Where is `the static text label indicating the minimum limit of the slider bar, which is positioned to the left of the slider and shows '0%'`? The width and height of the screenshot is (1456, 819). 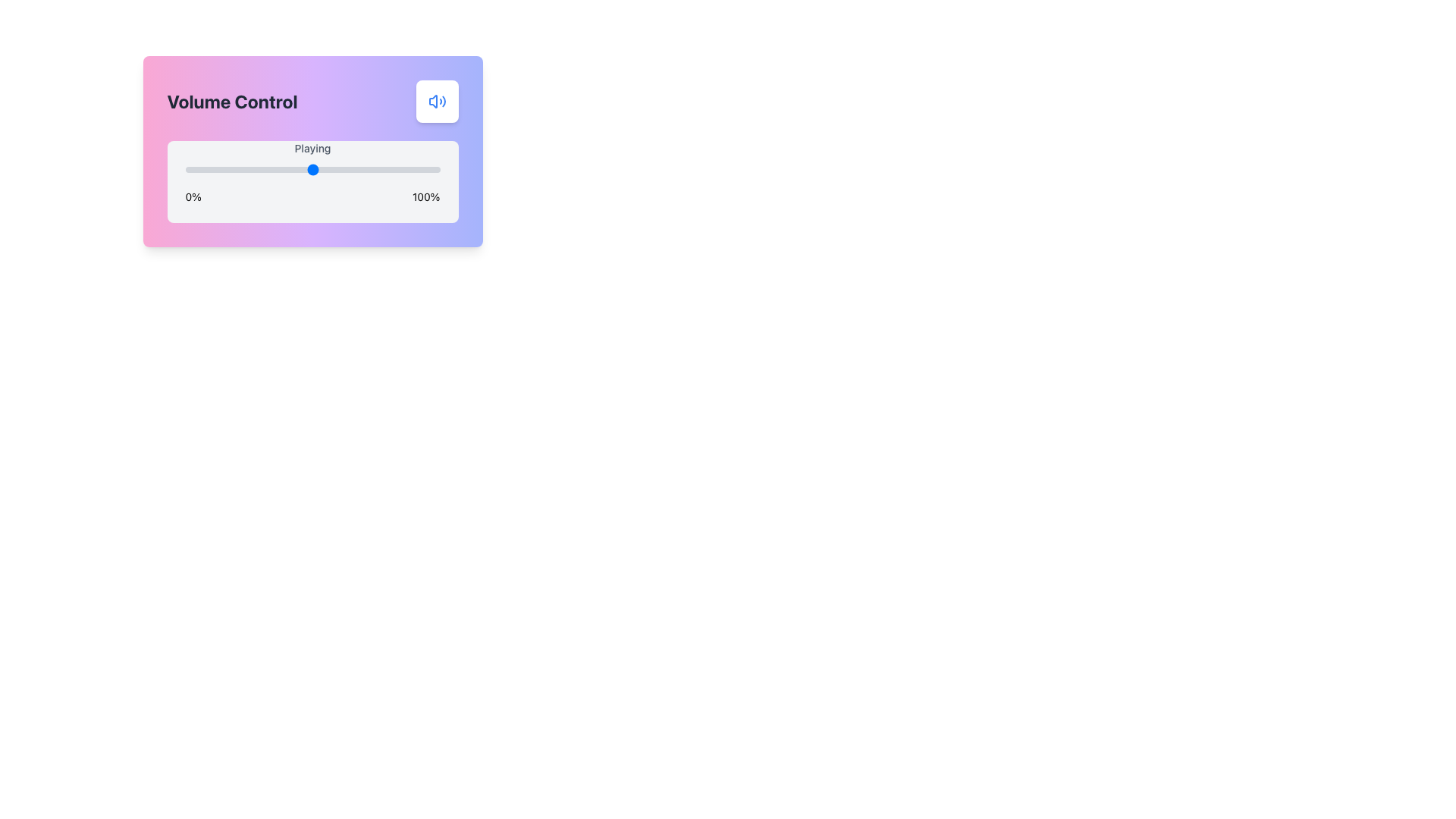 the static text label indicating the minimum limit of the slider bar, which is positioned to the left of the slider and shows '0%' is located at coordinates (193, 196).